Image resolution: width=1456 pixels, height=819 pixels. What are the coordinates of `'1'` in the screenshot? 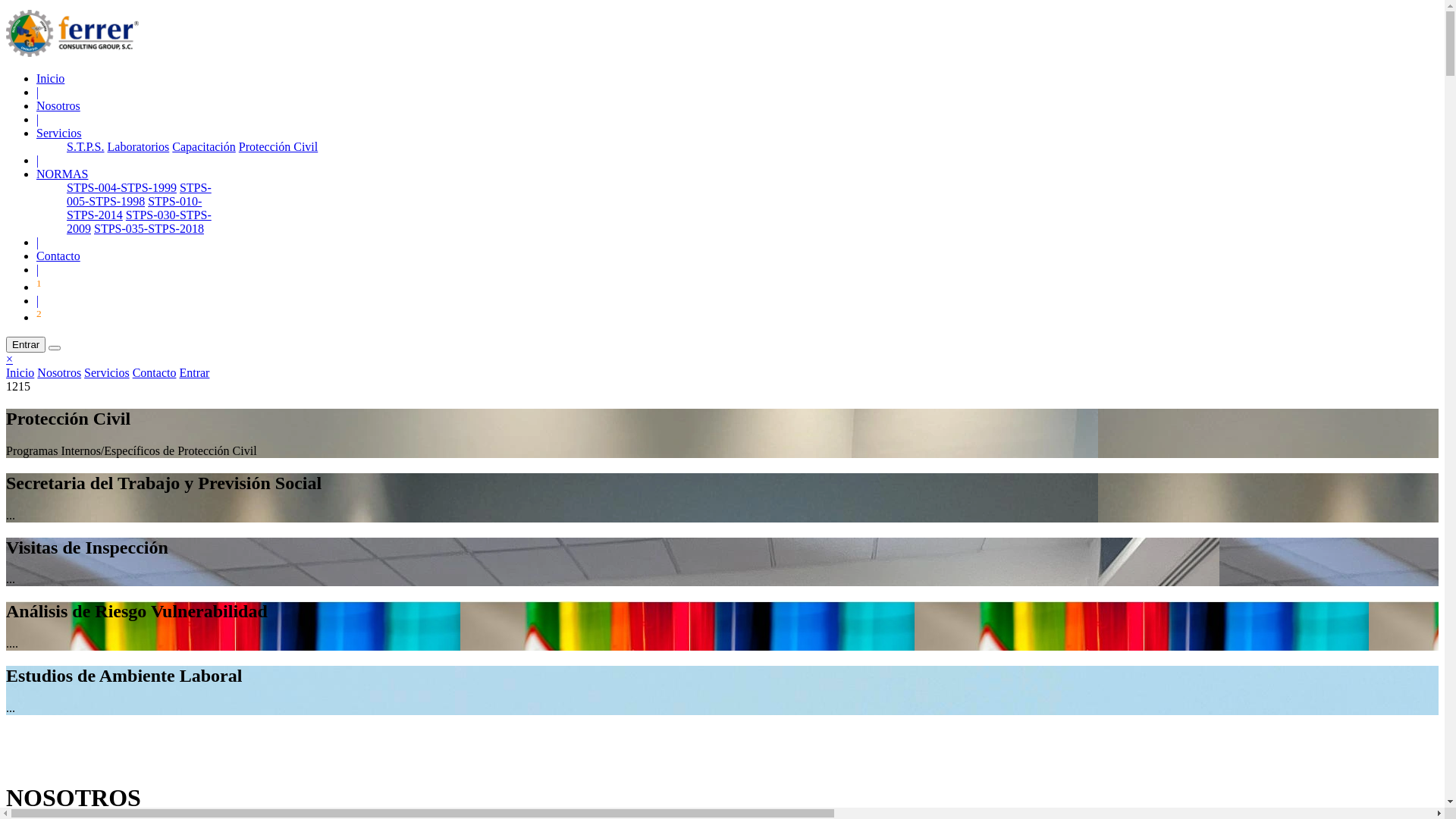 It's located at (39, 287).